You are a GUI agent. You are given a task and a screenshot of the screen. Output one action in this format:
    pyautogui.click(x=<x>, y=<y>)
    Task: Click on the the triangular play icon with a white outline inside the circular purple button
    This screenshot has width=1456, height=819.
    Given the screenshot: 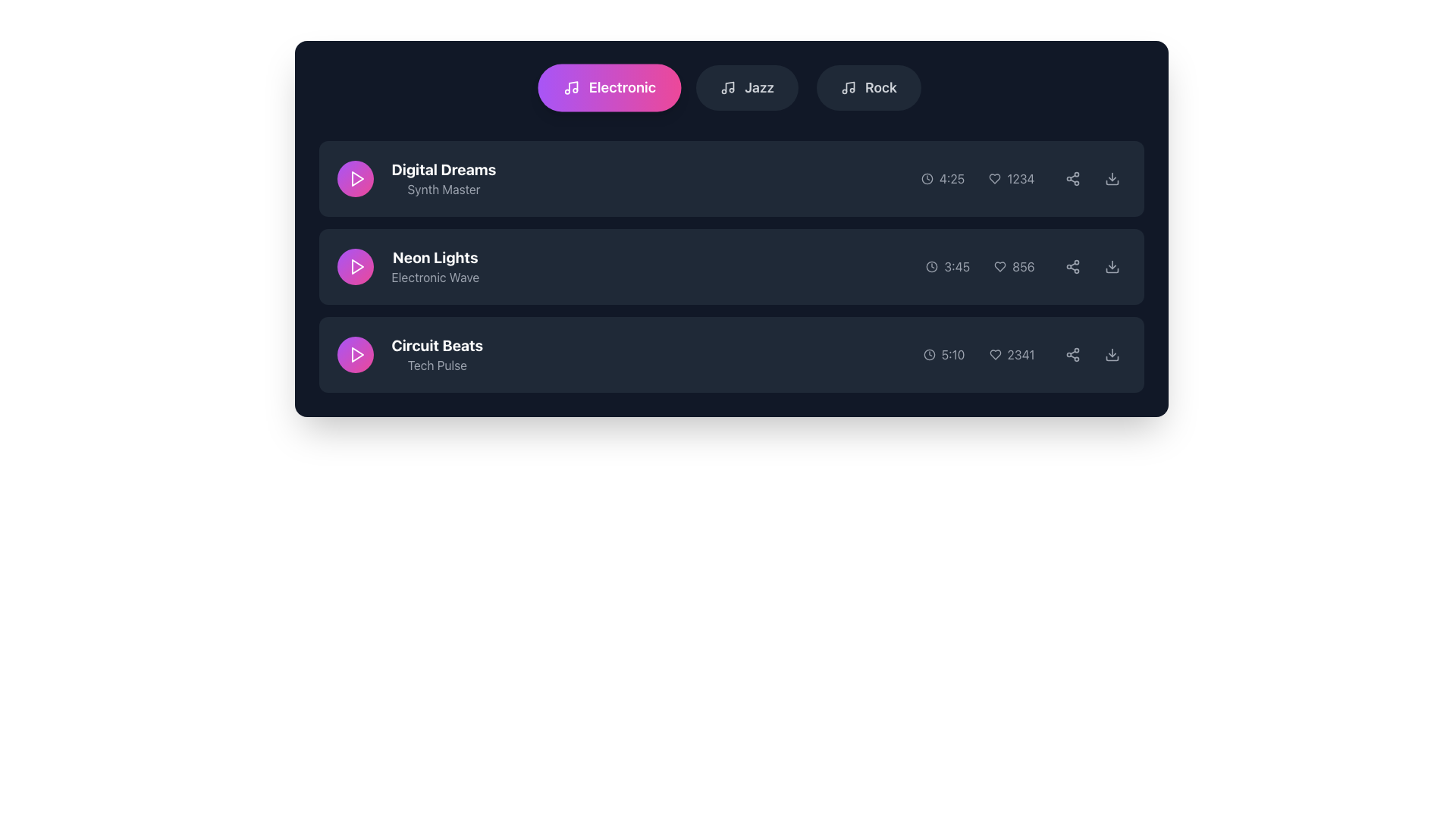 What is the action you would take?
    pyautogui.click(x=356, y=265)
    